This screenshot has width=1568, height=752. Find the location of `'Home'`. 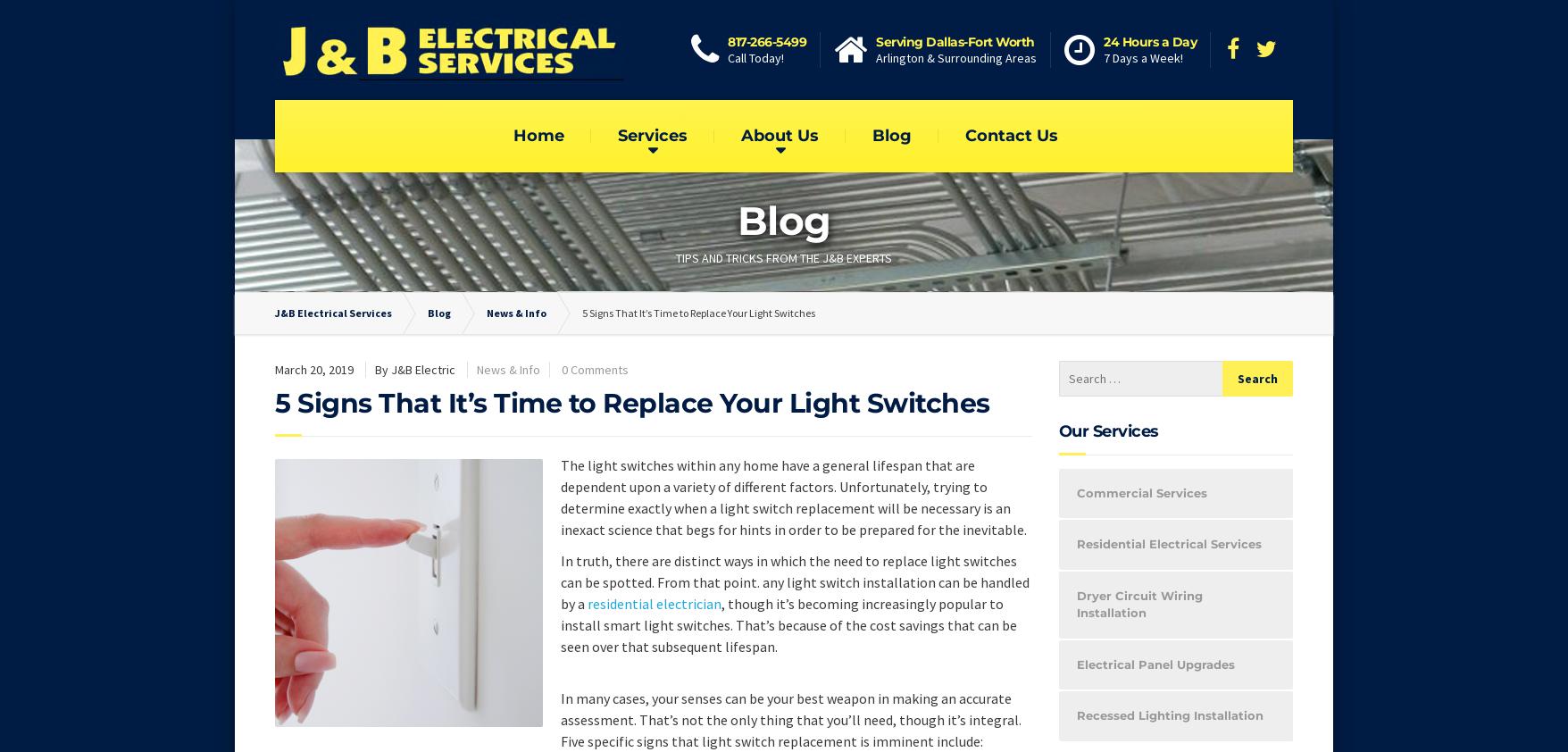

'Home' is located at coordinates (538, 134).